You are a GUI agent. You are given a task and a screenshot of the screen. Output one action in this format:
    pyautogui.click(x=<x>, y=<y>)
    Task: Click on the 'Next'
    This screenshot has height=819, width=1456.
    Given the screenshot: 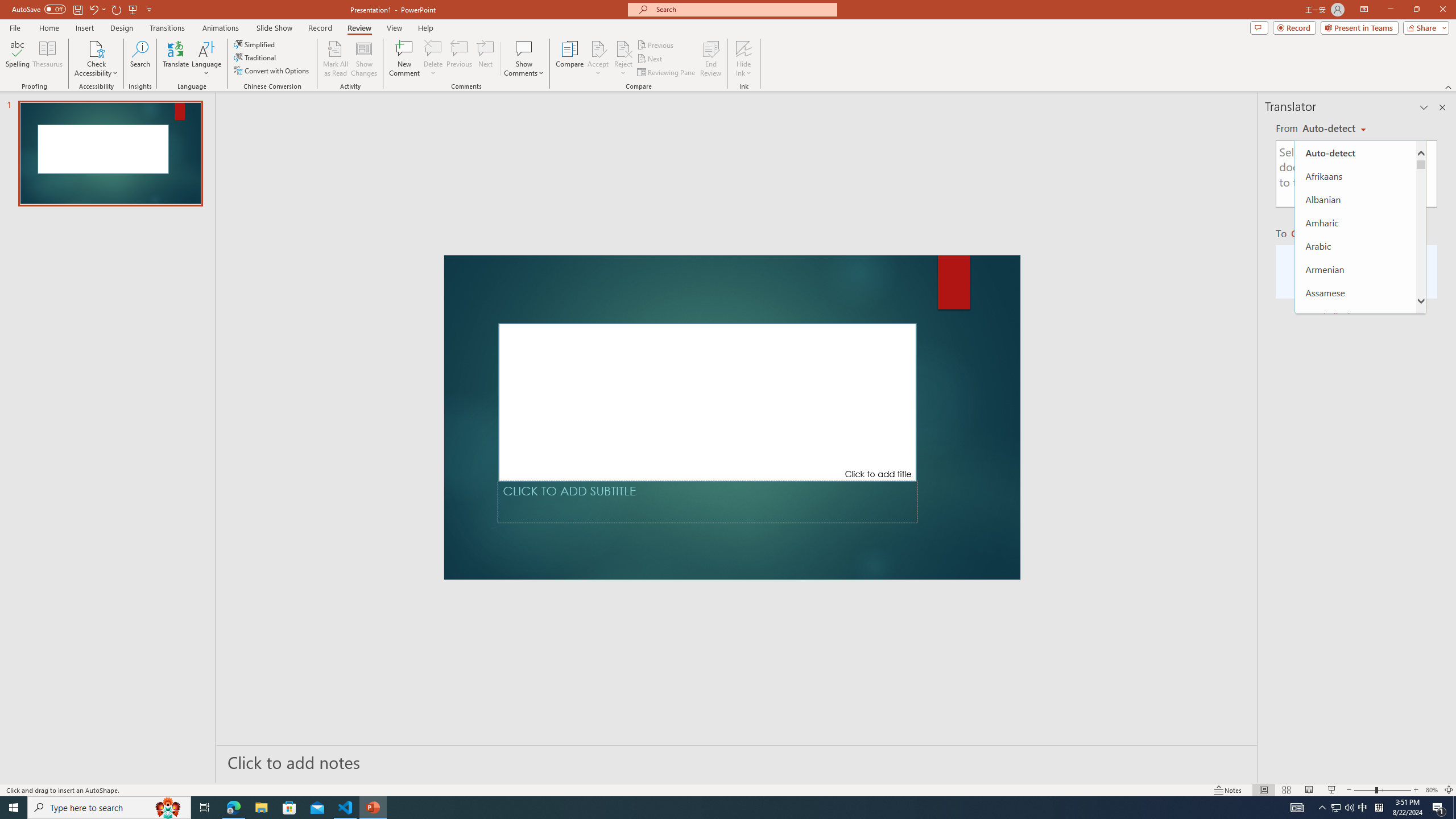 What is the action you would take?
    pyautogui.click(x=650, y=59)
    